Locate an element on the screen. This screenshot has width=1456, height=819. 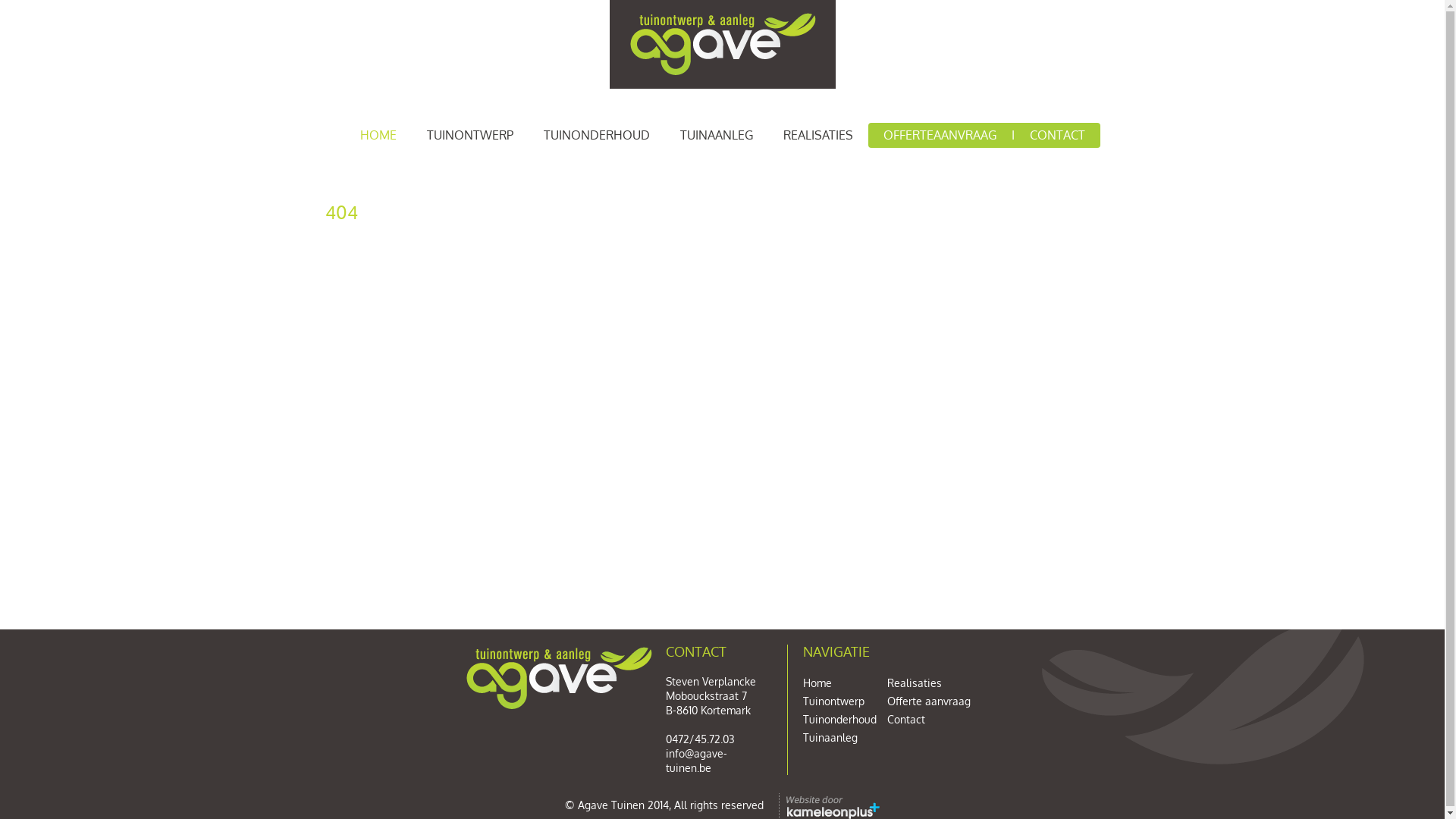
'Offerte aanvraag' is located at coordinates (927, 701).